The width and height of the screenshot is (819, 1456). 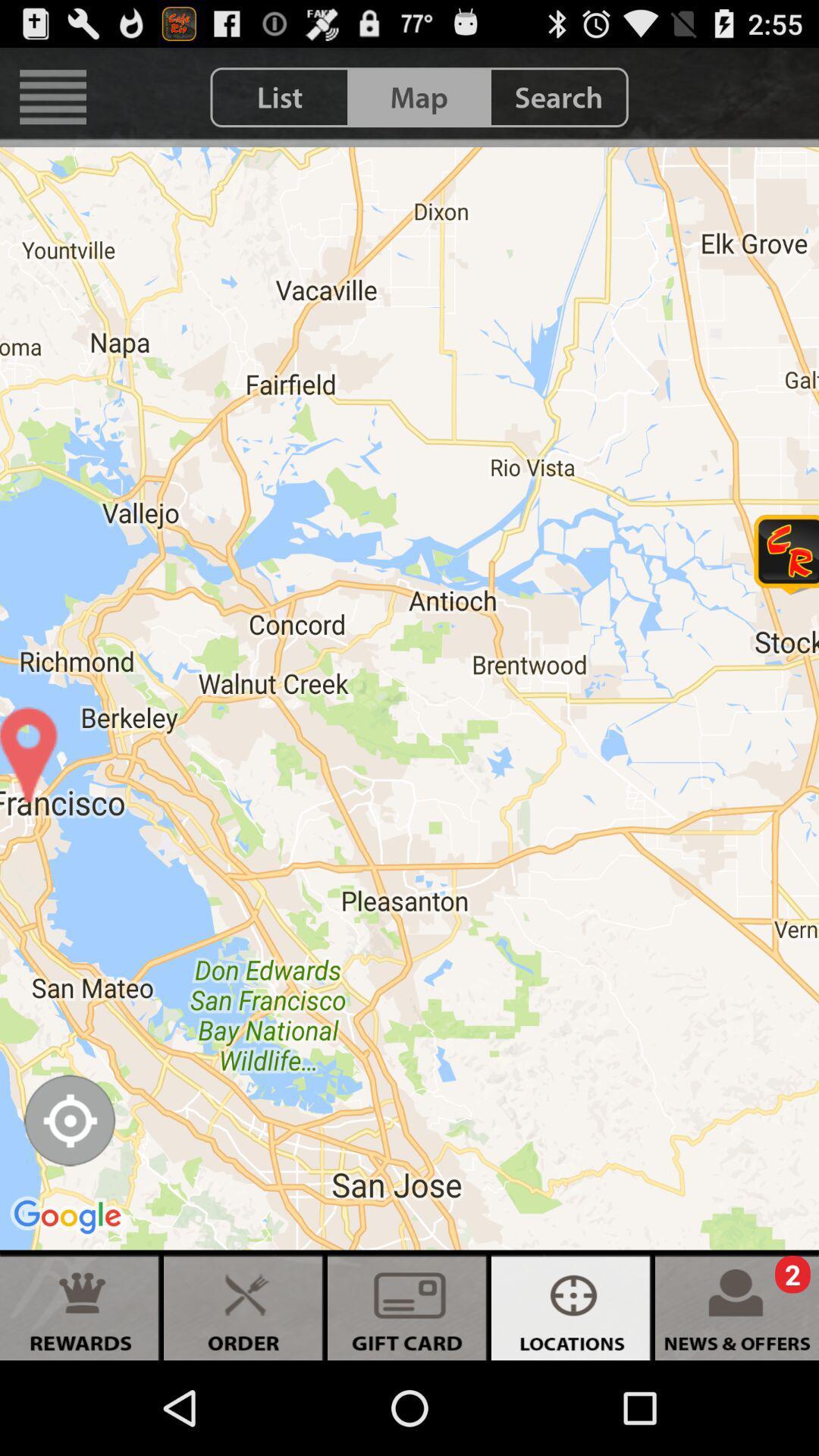 What do you see at coordinates (52, 103) in the screenshot?
I see `the menu icon` at bounding box center [52, 103].